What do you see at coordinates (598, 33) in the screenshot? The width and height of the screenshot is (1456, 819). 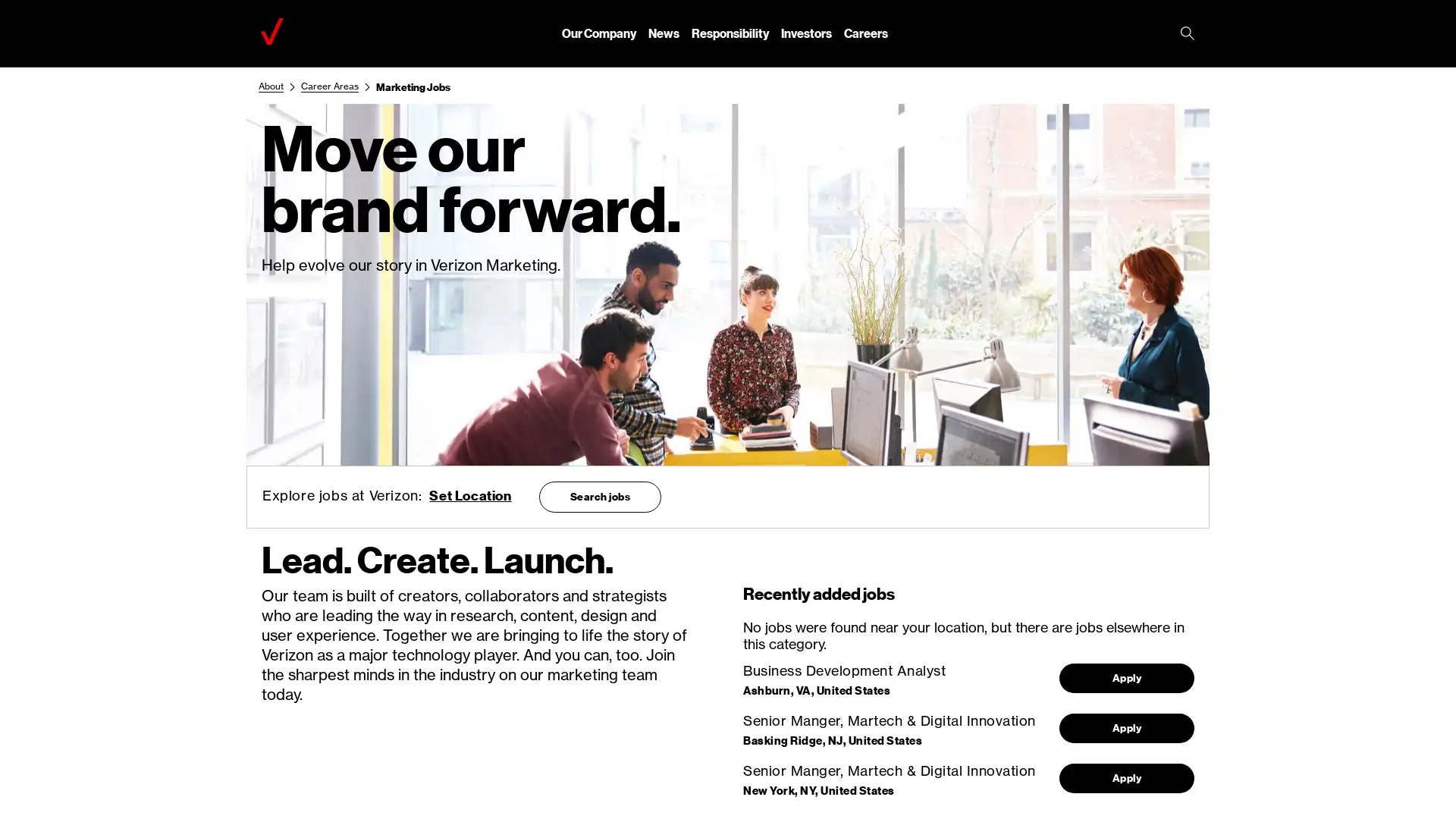 I see `Our Company Menu List` at bounding box center [598, 33].